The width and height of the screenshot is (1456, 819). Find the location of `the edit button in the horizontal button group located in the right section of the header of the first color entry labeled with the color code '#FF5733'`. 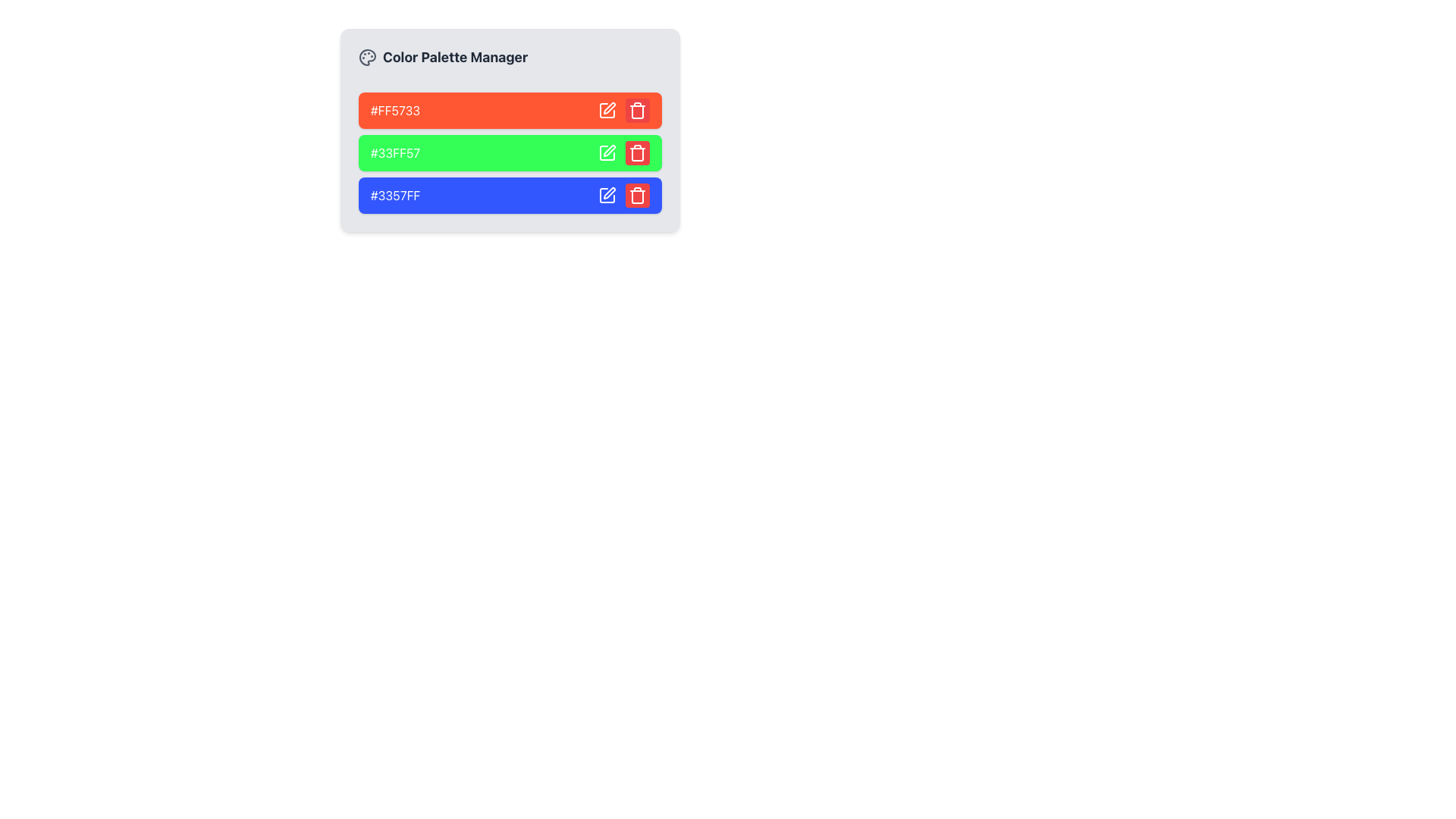

the edit button in the horizontal button group located in the right section of the header of the first color entry labeled with the color code '#FF5733' is located at coordinates (622, 110).